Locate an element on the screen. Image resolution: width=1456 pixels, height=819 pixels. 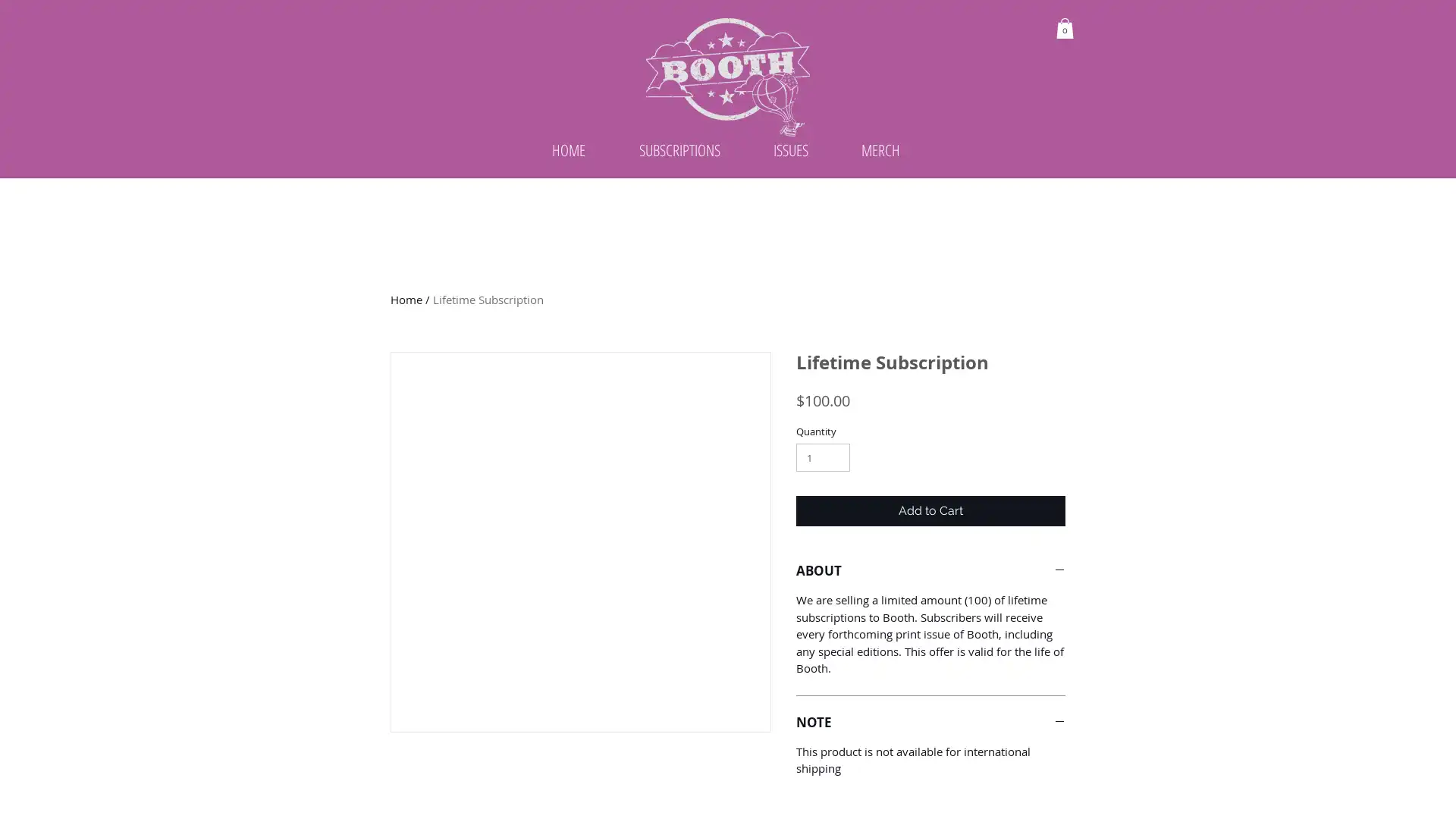
ABOUT is located at coordinates (930, 609).